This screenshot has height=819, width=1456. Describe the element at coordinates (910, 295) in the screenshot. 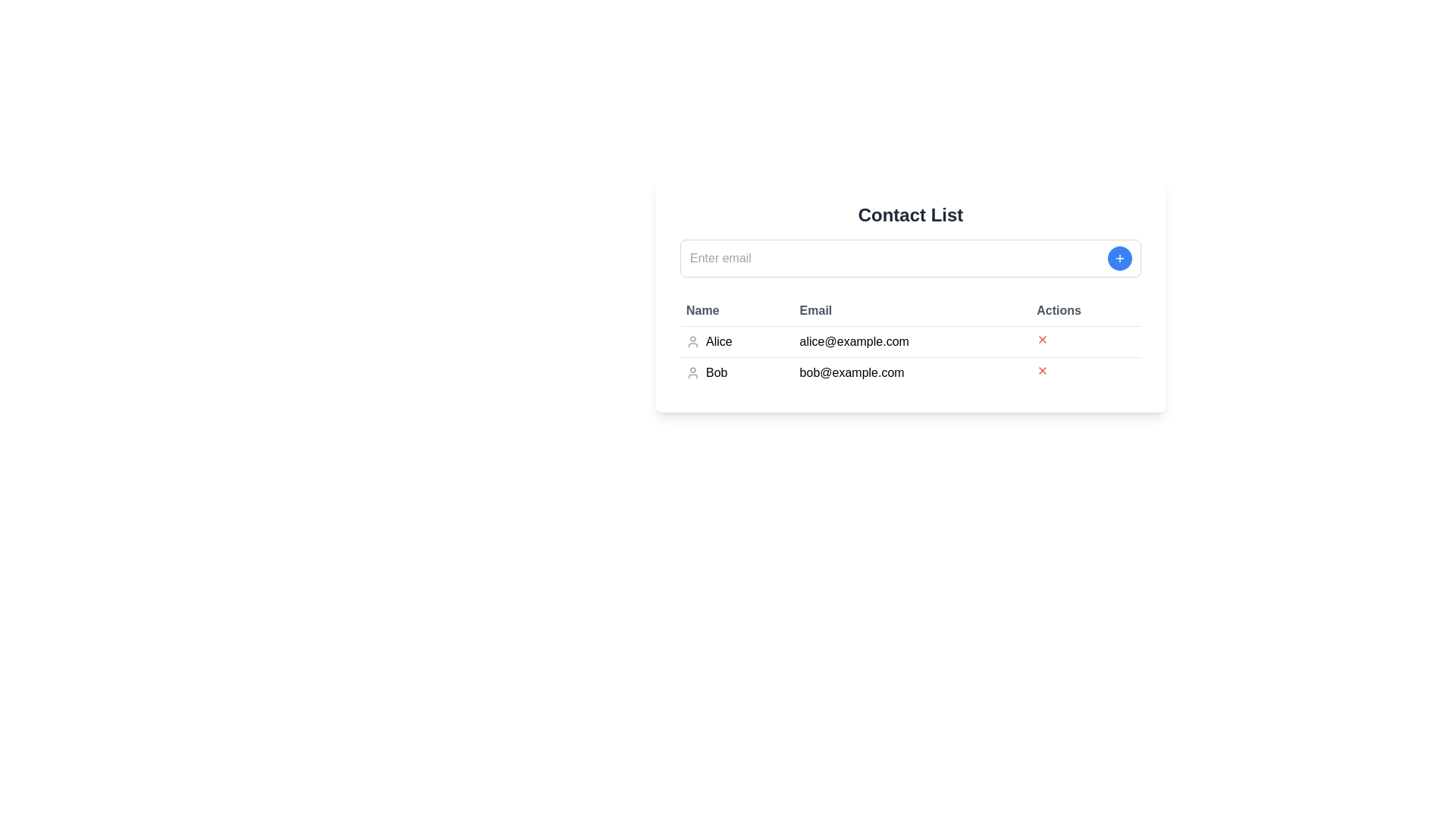

I see `the email entry in the 'Contact List' table section` at that location.